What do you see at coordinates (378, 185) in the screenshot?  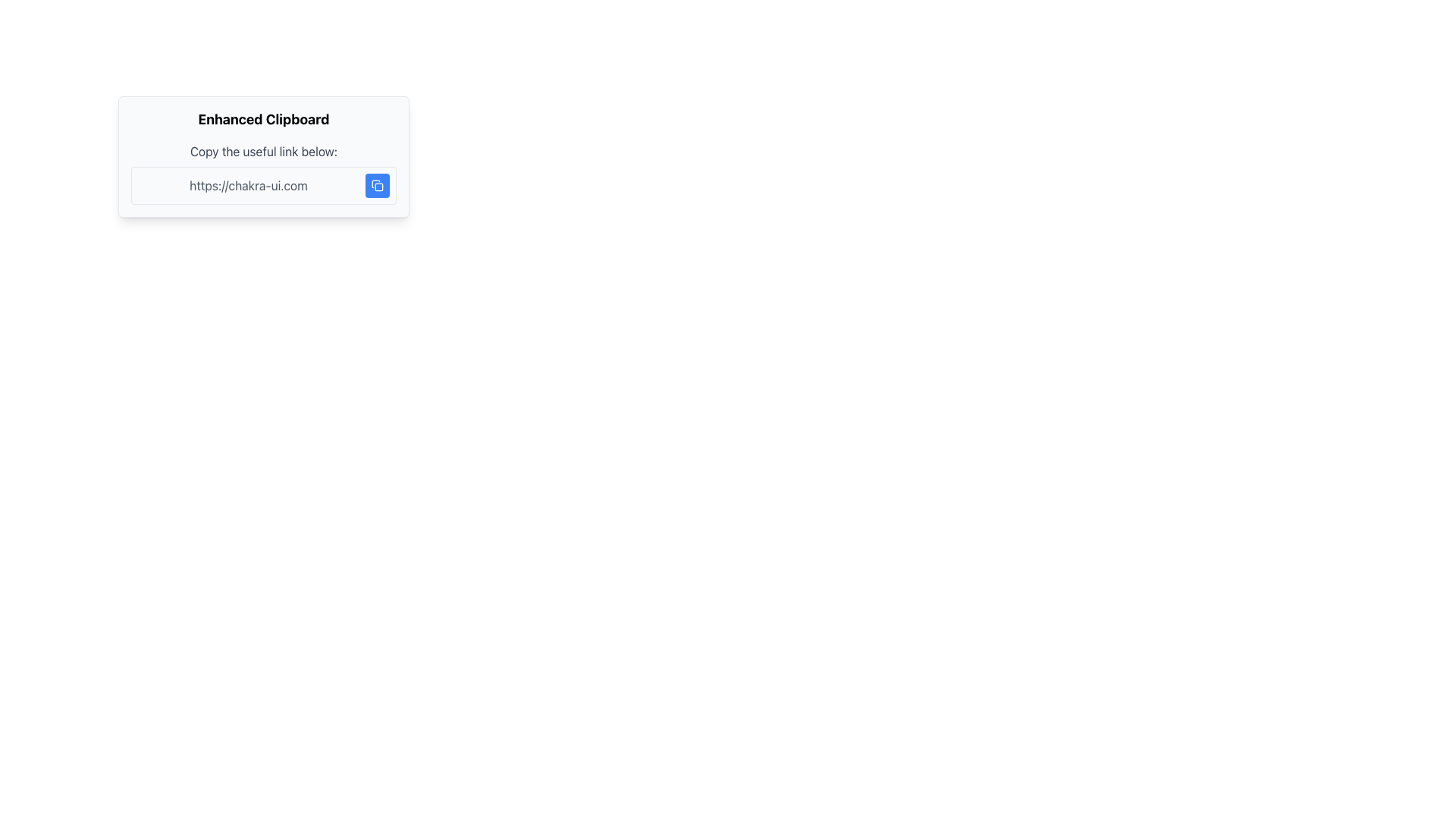 I see `the button located on the center-right section of the interface, adjacent to the text field displaying the link 'https://chakra-ui.com', to observe its hover effects` at bounding box center [378, 185].